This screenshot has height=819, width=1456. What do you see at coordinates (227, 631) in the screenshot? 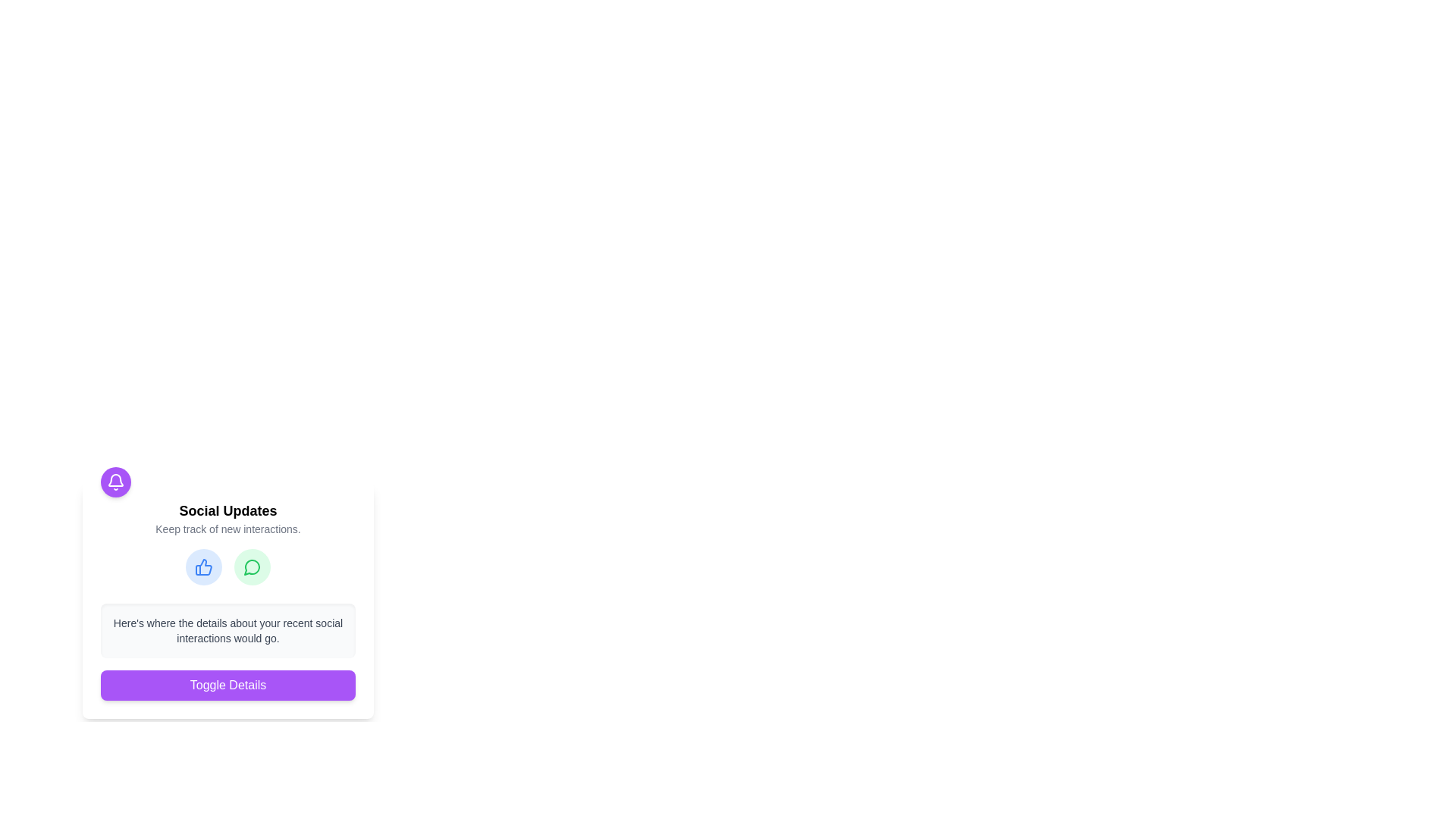
I see `the Text Display that has a light gray background and contains the text: "Here's where the details about your recent social interactions would go."` at bounding box center [227, 631].